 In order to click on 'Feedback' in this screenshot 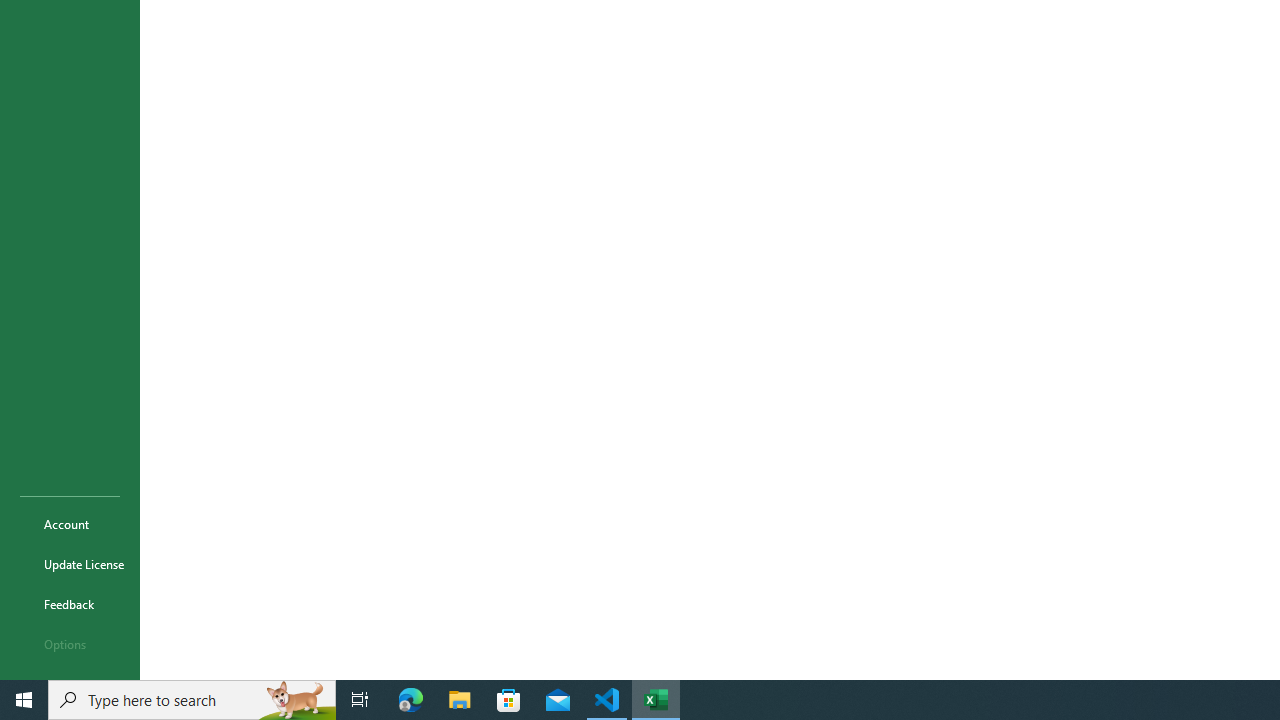, I will do `click(69, 603)`.